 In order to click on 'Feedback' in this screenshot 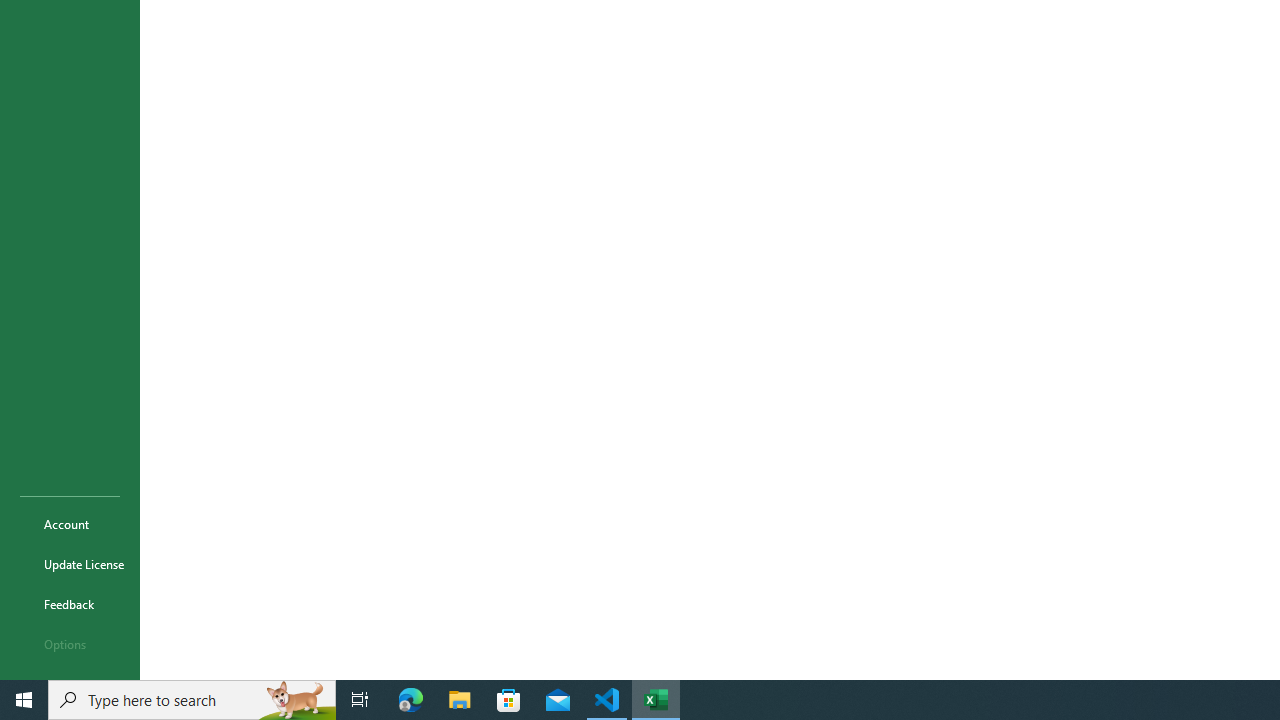, I will do `click(69, 603)`.